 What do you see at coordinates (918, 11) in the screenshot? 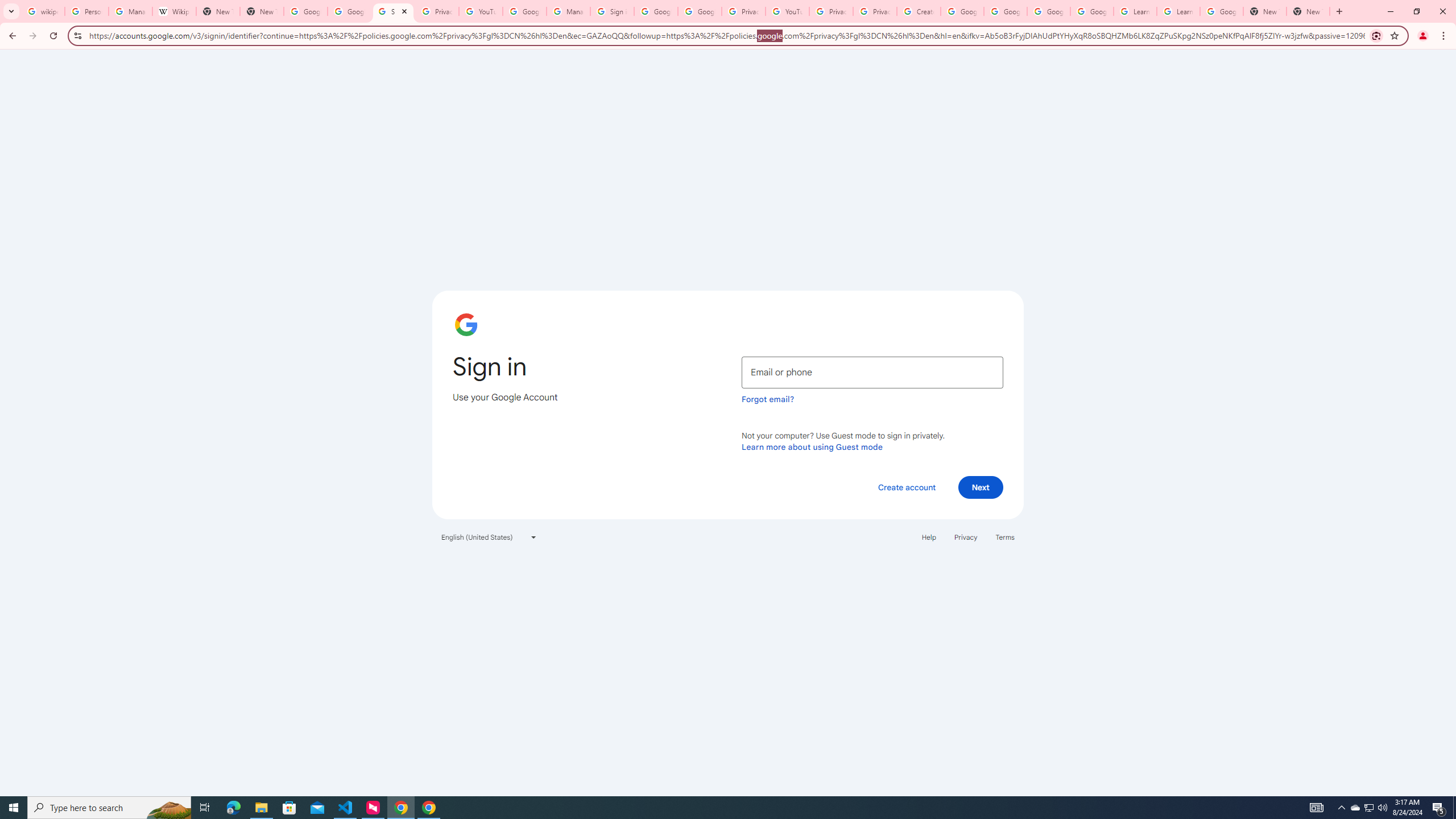
I see `'Create your Google Account'` at bounding box center [918, 11].